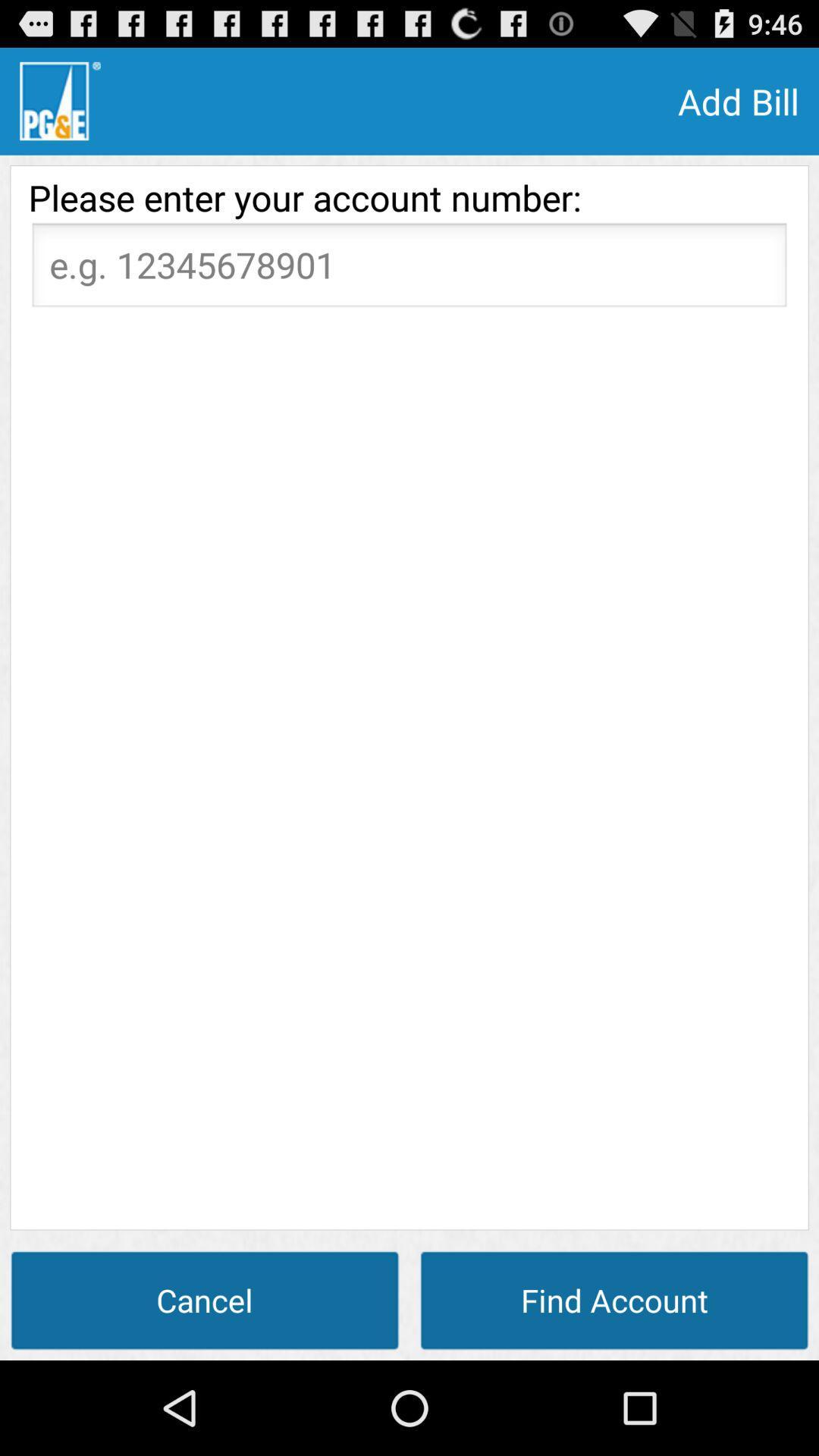  What do you see at coordinates (205, 1299) in the screenshot?
I see `the item to the left of find account` at bounding box center [205, 1299].